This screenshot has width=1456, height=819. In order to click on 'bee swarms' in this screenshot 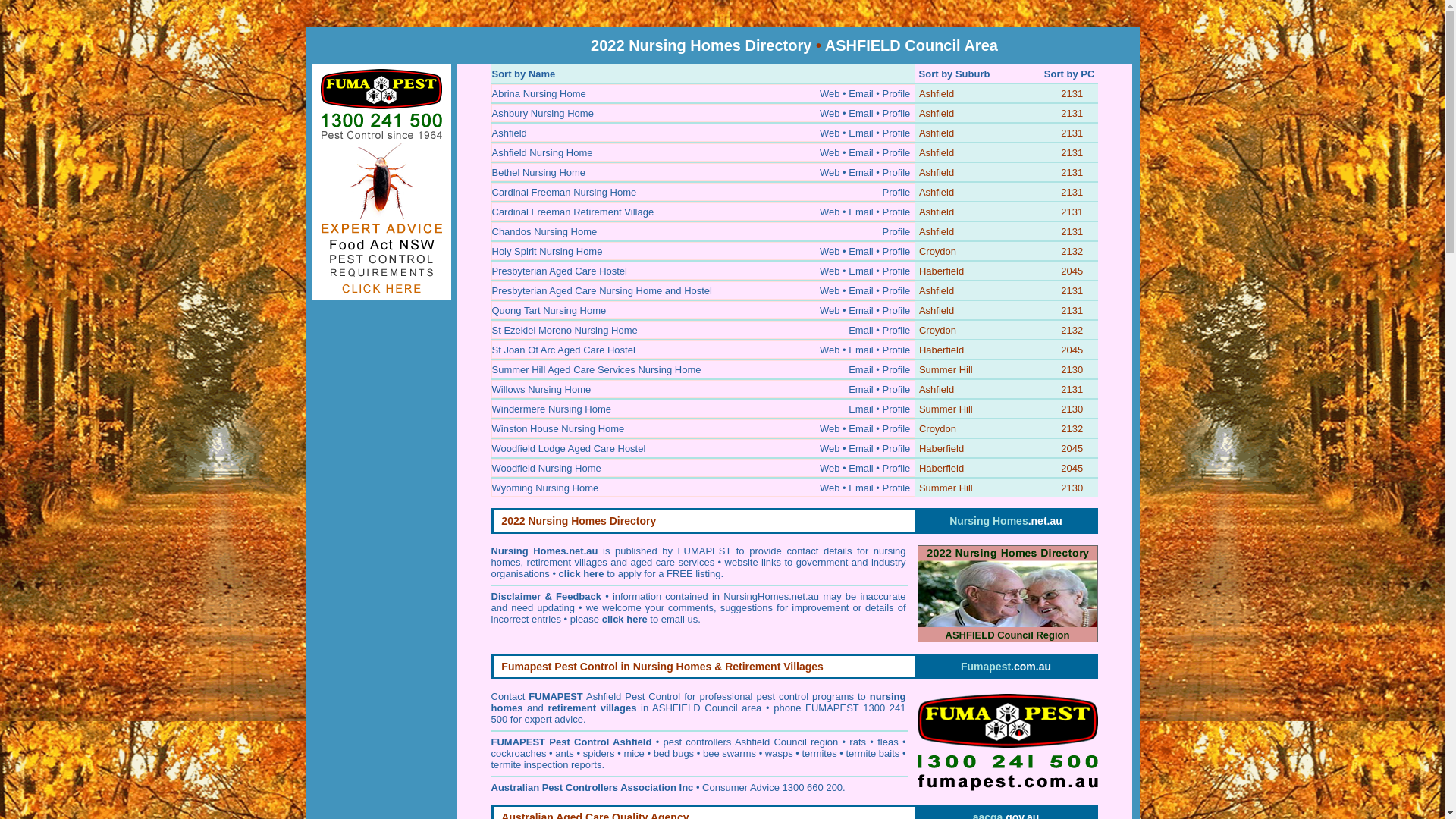, I will do `click(729, 753)`.